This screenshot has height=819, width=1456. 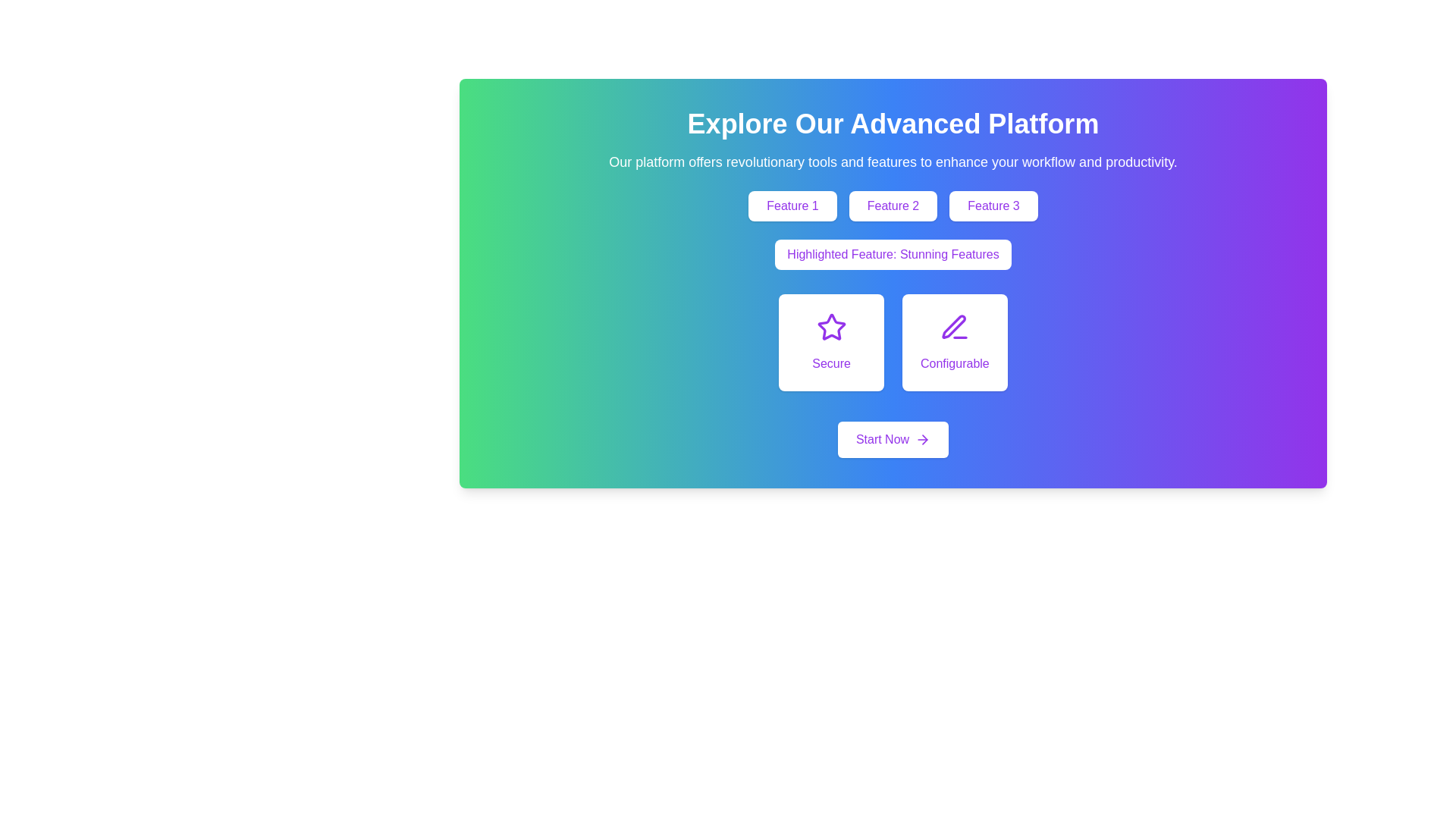 I want to click on the rightward-pointing arrow icon with a purple outline located at the rightmost end of the 'Start Now' button, so click(x=922, y=439).